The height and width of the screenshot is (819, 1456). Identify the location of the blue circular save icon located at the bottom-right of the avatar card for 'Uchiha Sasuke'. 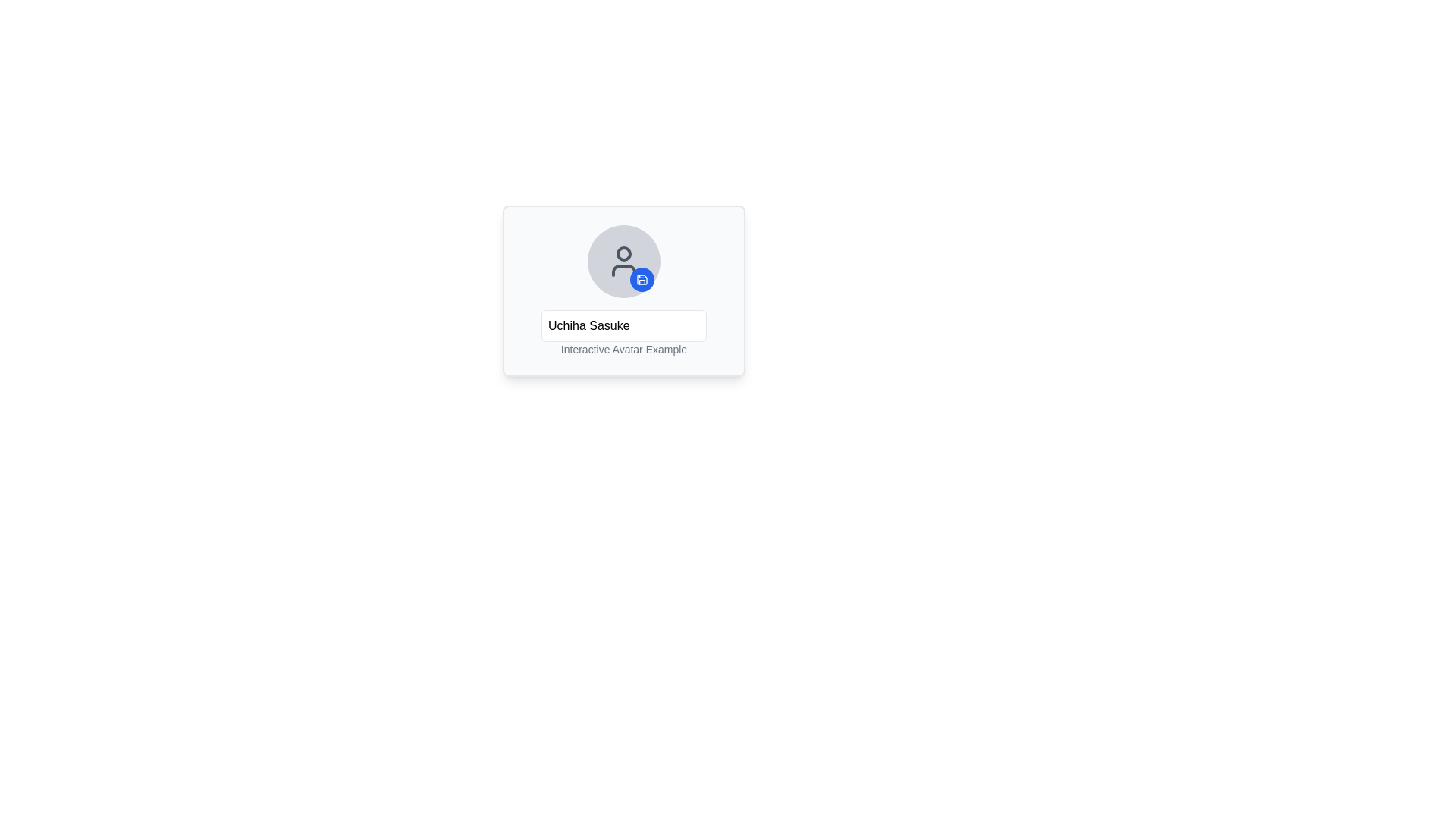
(642, 280).